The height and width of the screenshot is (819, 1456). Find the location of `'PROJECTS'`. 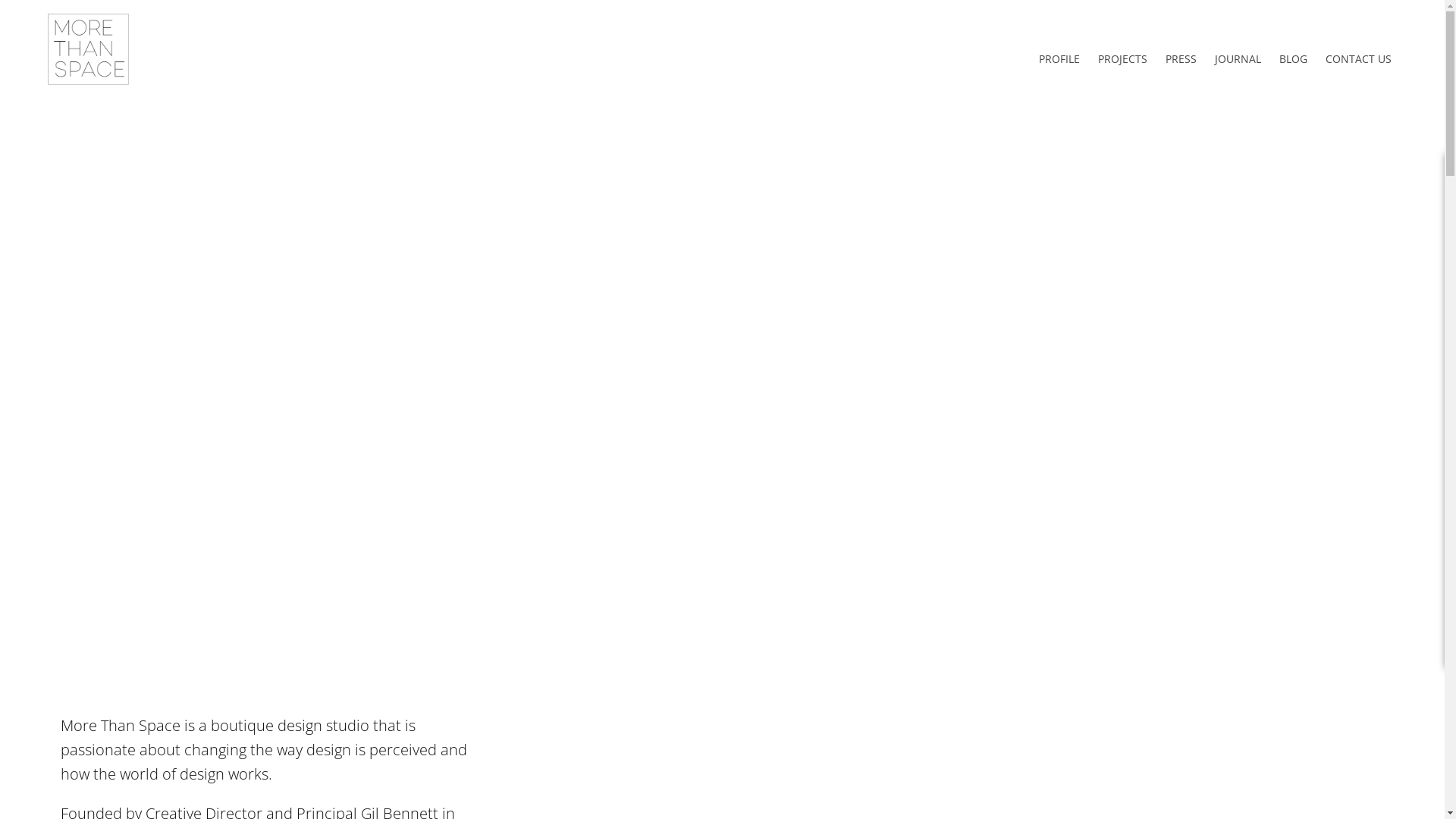

'PROJECTS' is located at coordinates (1122, 58).